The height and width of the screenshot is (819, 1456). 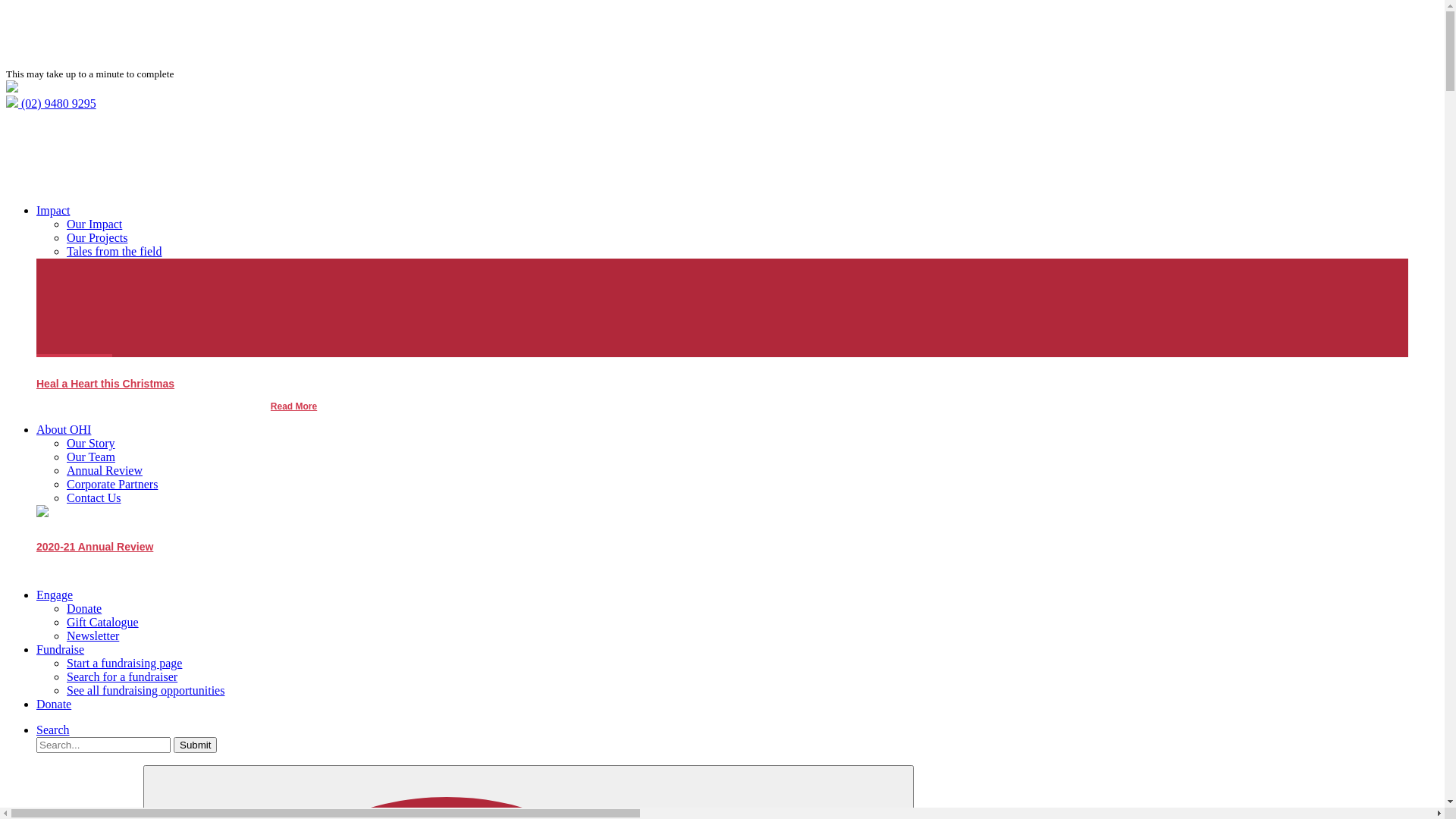 What do you see at coordinates (105, 386) in the screenshot?
I see `'Heal a Heart this Christmas'` at bounding box center [105, 386].